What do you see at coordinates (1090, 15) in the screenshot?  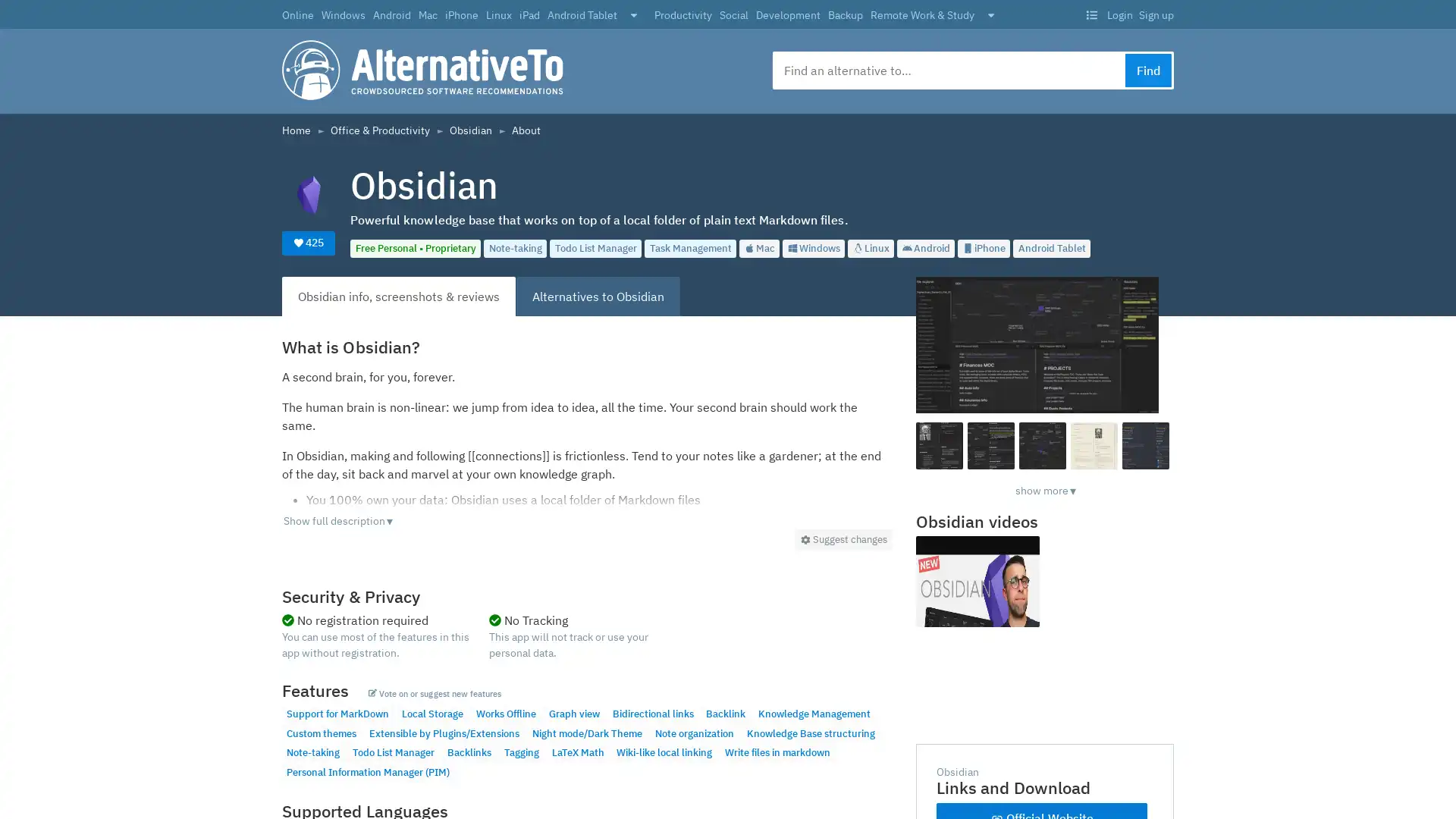 I see `Show Custom Lists` at bounding box center [1090, 15].